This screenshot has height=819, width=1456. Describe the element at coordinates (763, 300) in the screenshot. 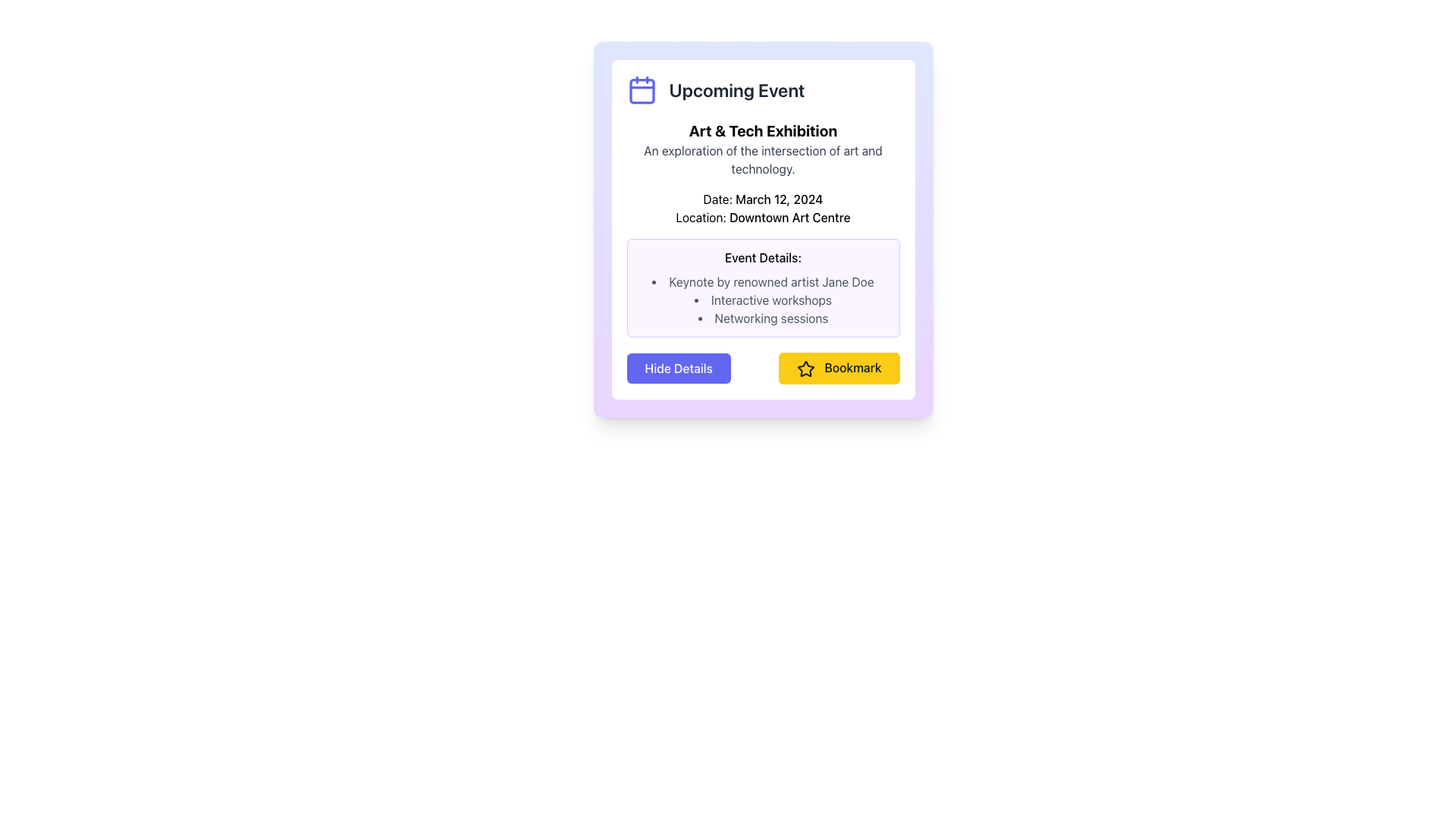

I see `the text list component that displays additional details about an event, located below the 'Event Details:' title within a rounded box in the card-like layout` at that location.